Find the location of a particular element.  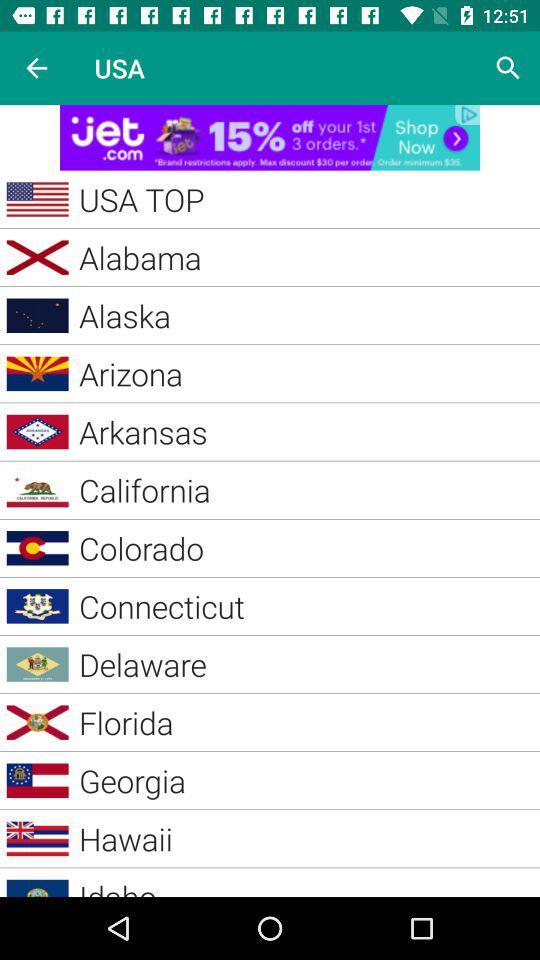

search page is located at coordinates (508, 68).